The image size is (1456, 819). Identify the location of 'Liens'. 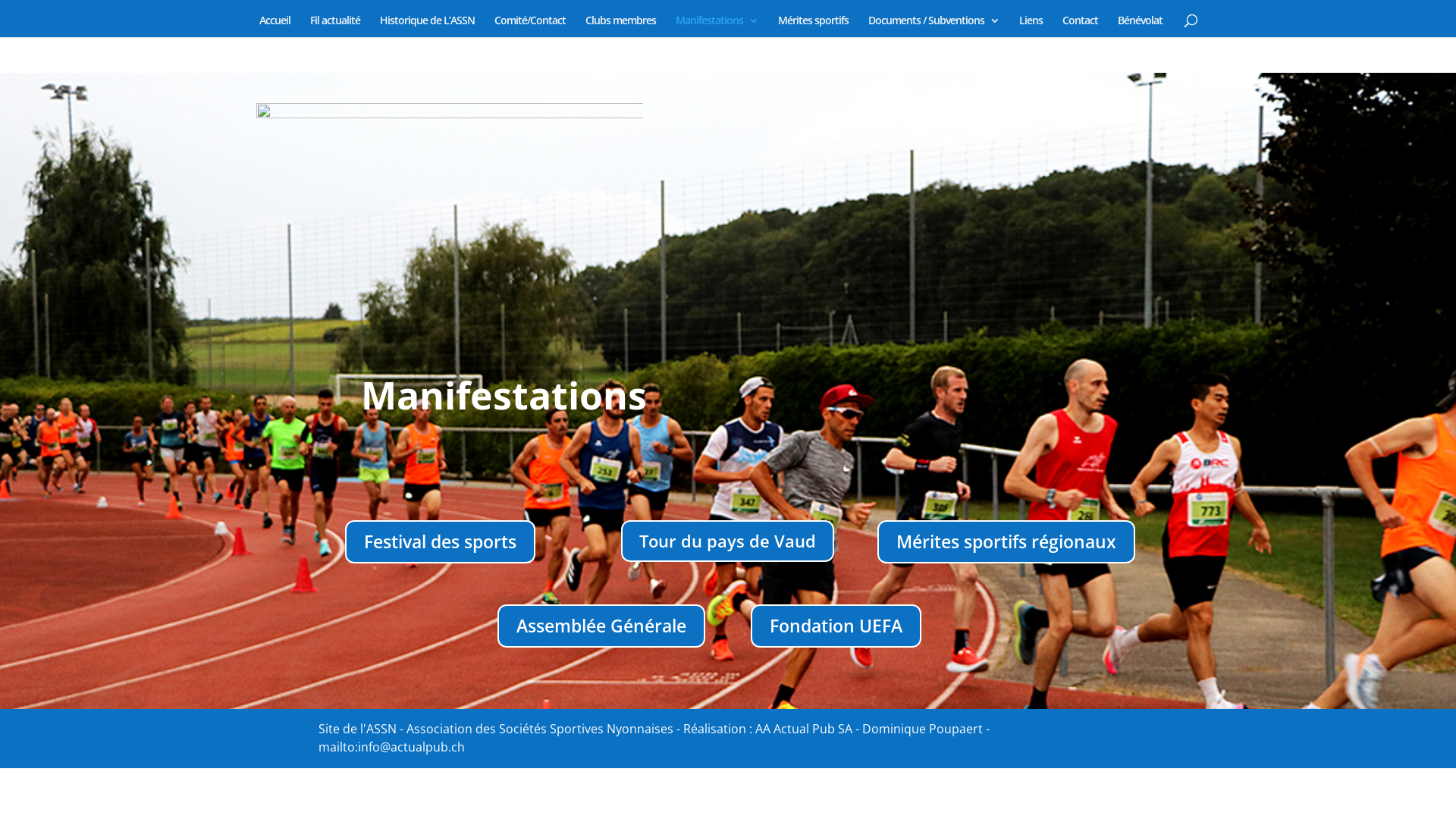
(1031, 26).